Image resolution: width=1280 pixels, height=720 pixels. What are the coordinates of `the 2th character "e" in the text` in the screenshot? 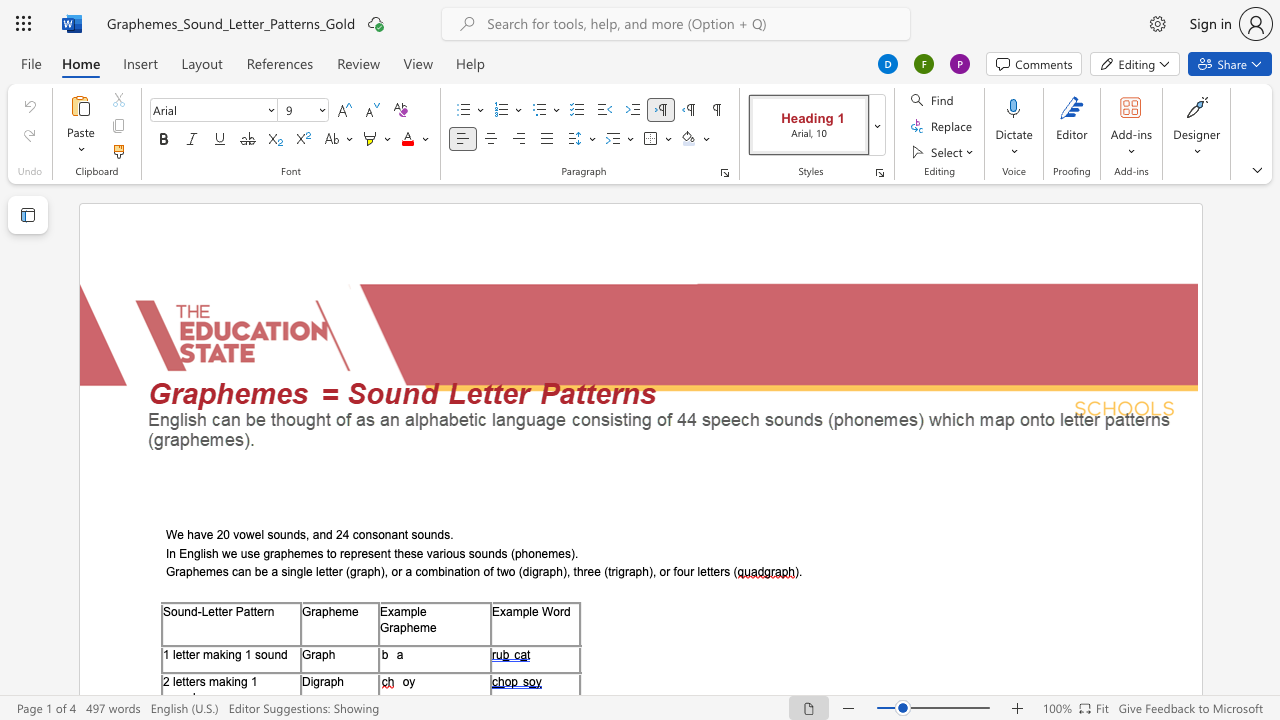 It's located at (219, 572).